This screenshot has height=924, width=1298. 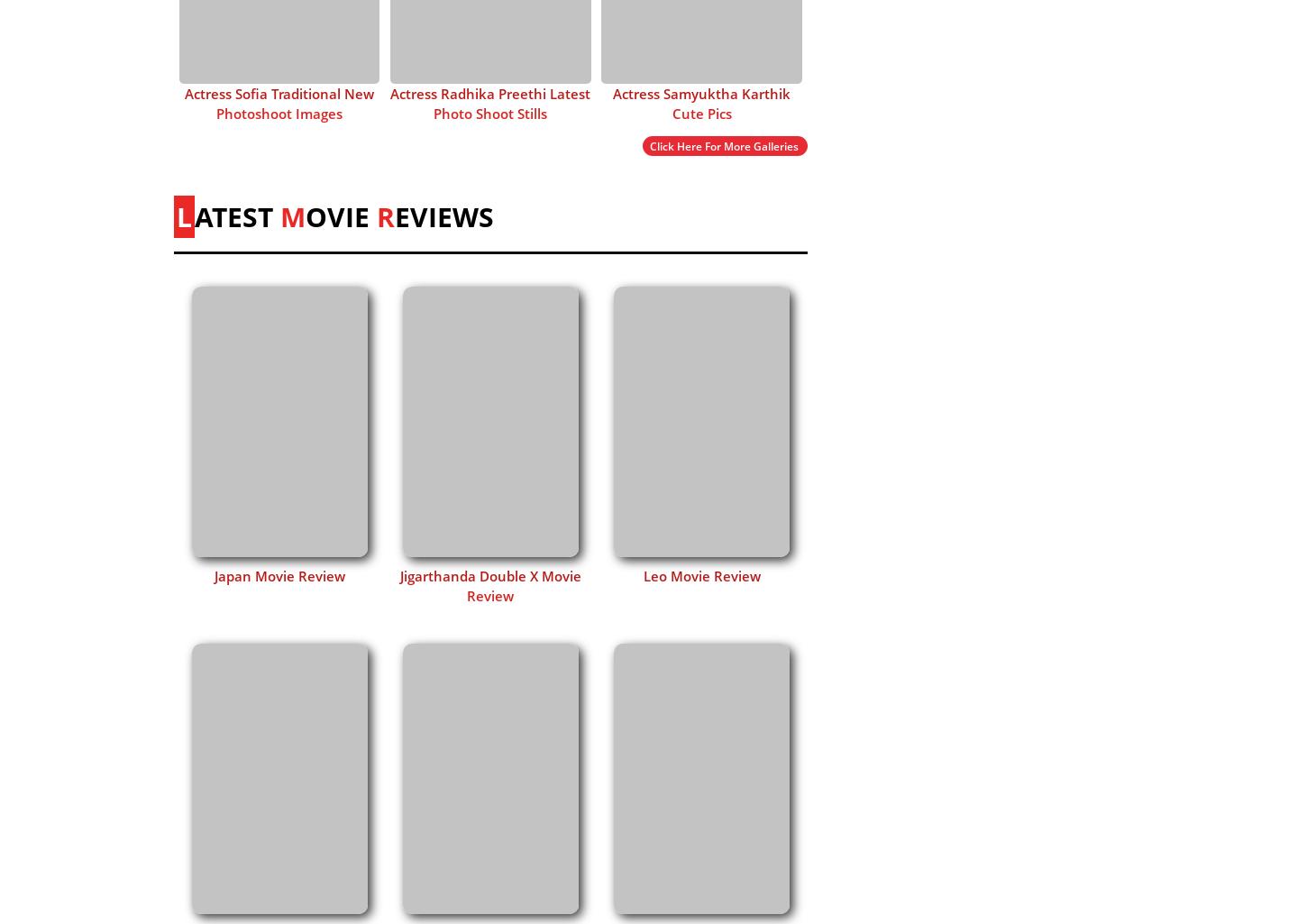 I want to click on 'ATEST', so click(x=236, y=215).